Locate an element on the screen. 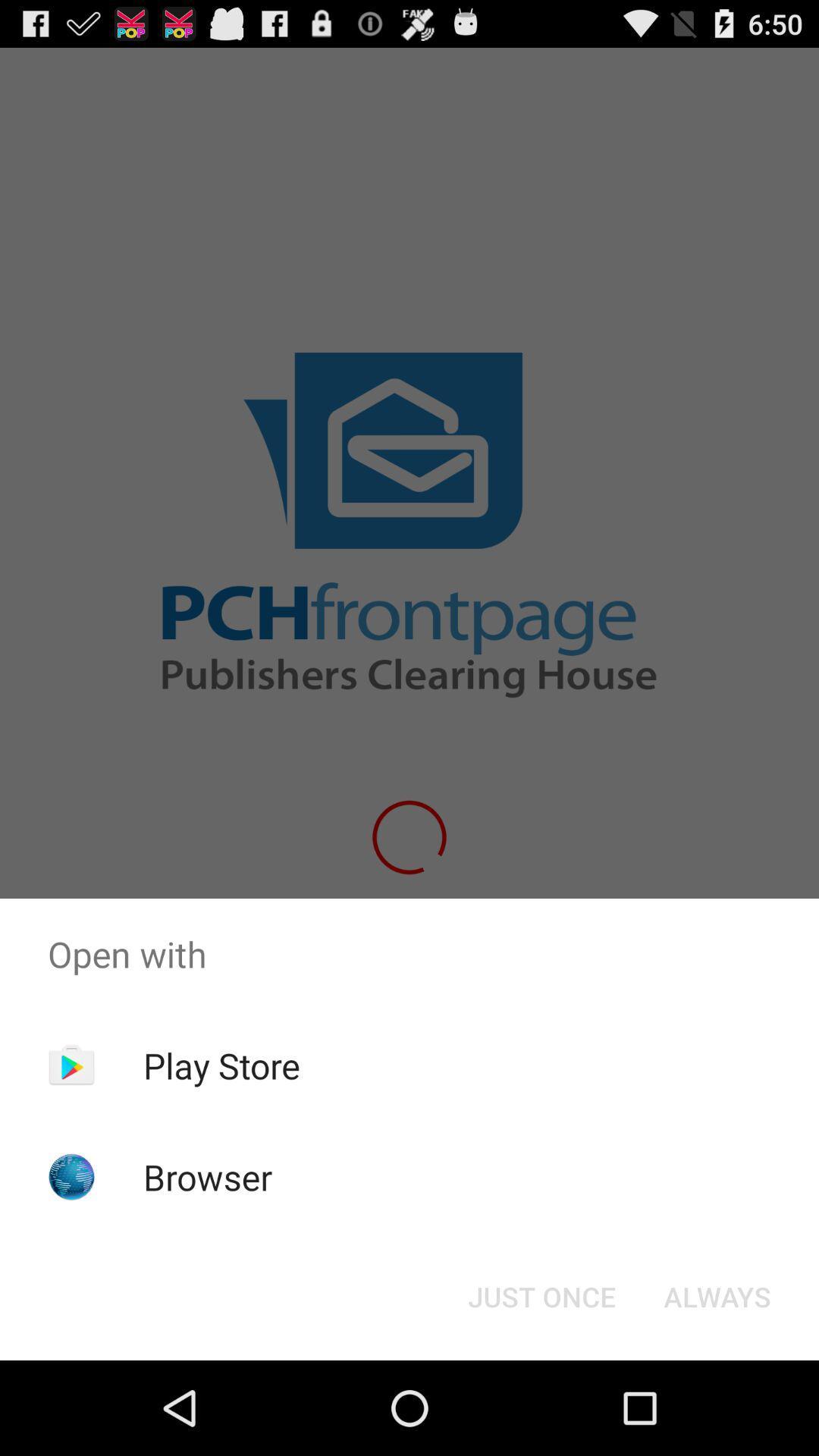 Image resolution: width=819 pixels, height=1456 pixels. just once icon is located at coordinates (541, 1295).